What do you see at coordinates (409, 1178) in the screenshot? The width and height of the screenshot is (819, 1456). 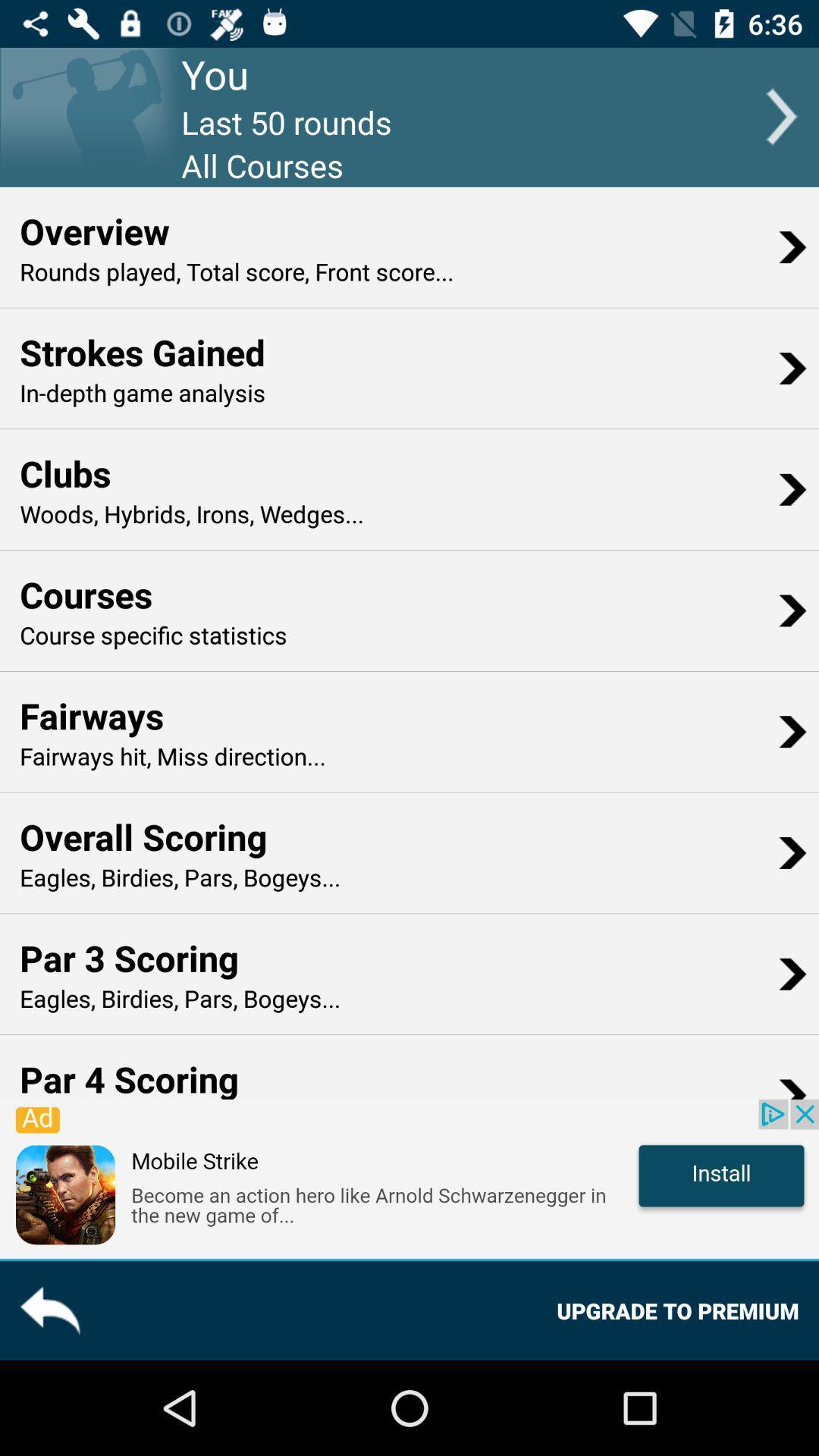 I see `mobile strike advertisement` at bounding box center [409, 1178].